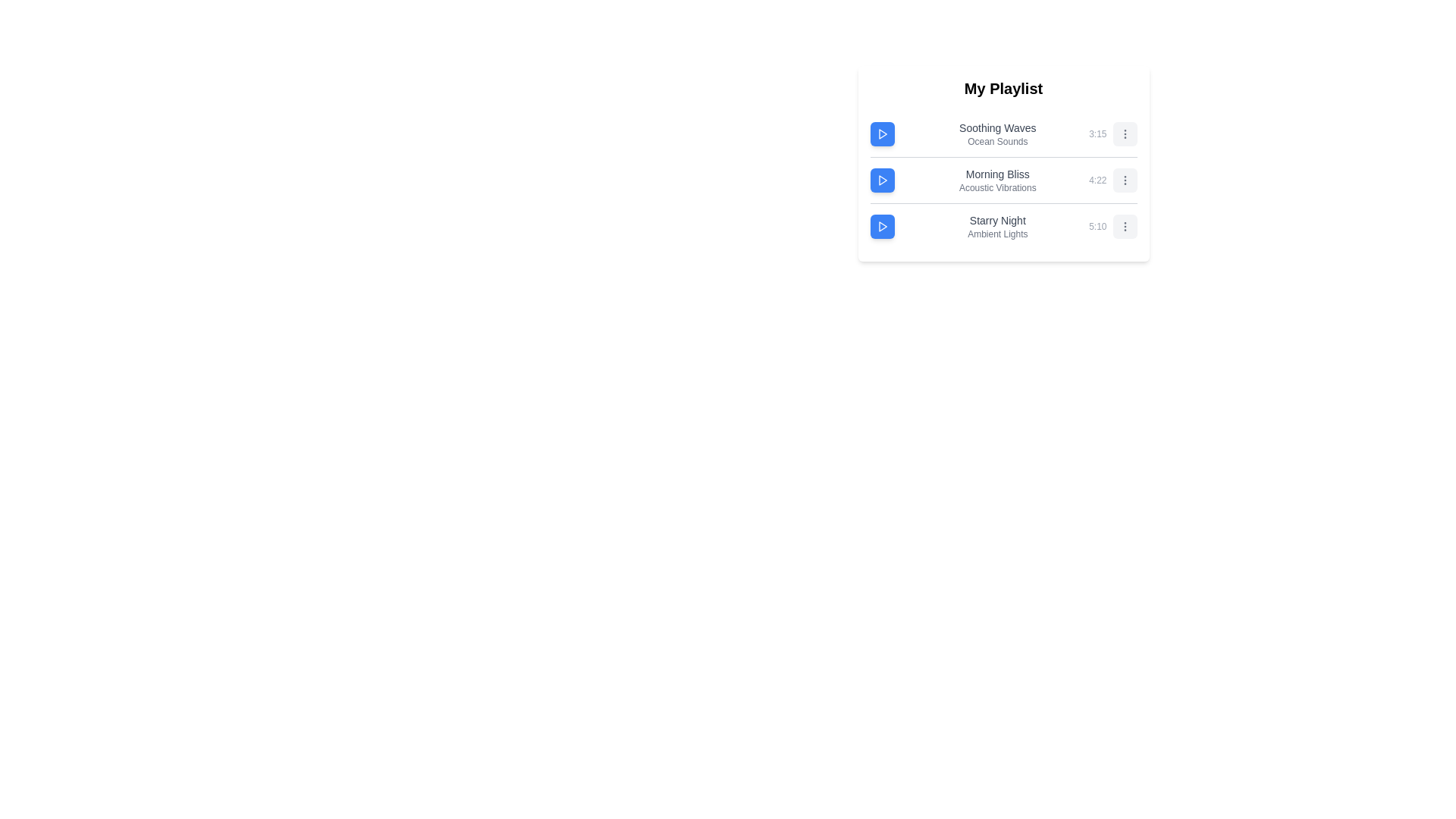 The height and width of the screenshot is (819, 1456). I want to click on the title text label for the playlist item located in the 'My Playlist' interface, positioned above the 'Acoustic Vibrations' text and aligned with the left play button, so click(997, 174).